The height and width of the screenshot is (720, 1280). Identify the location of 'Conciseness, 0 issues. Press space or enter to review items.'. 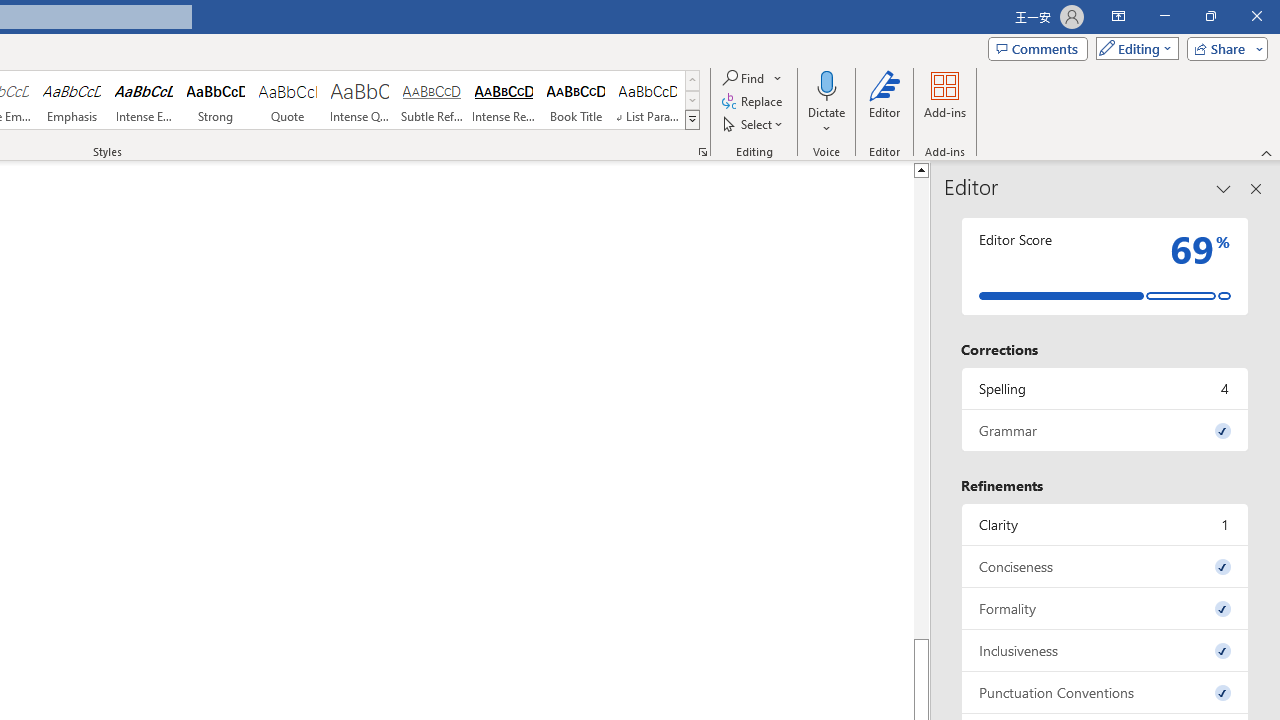
(1104, 566).